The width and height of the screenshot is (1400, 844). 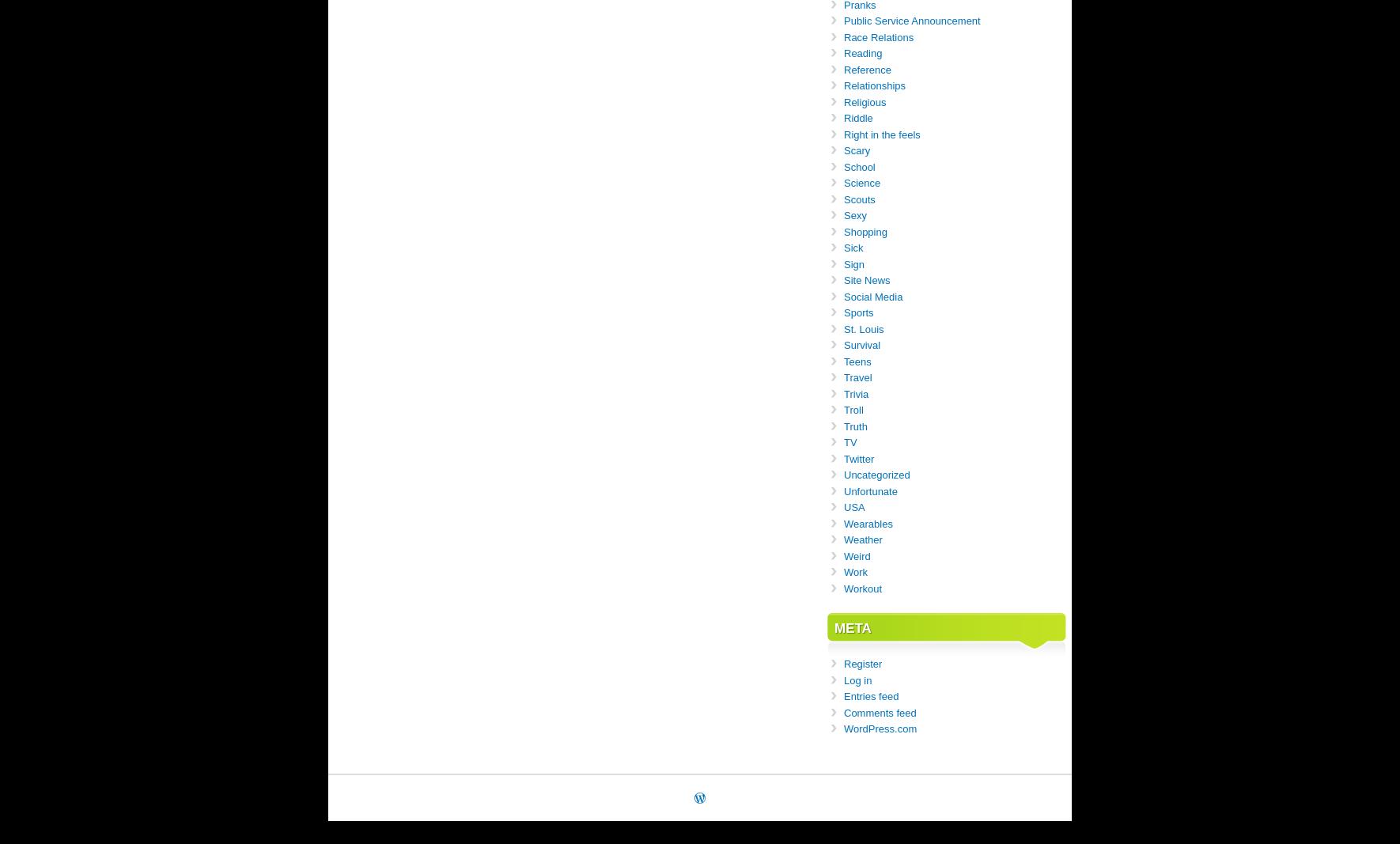 I want to click on 'Weather', so click(x=863, y=539).